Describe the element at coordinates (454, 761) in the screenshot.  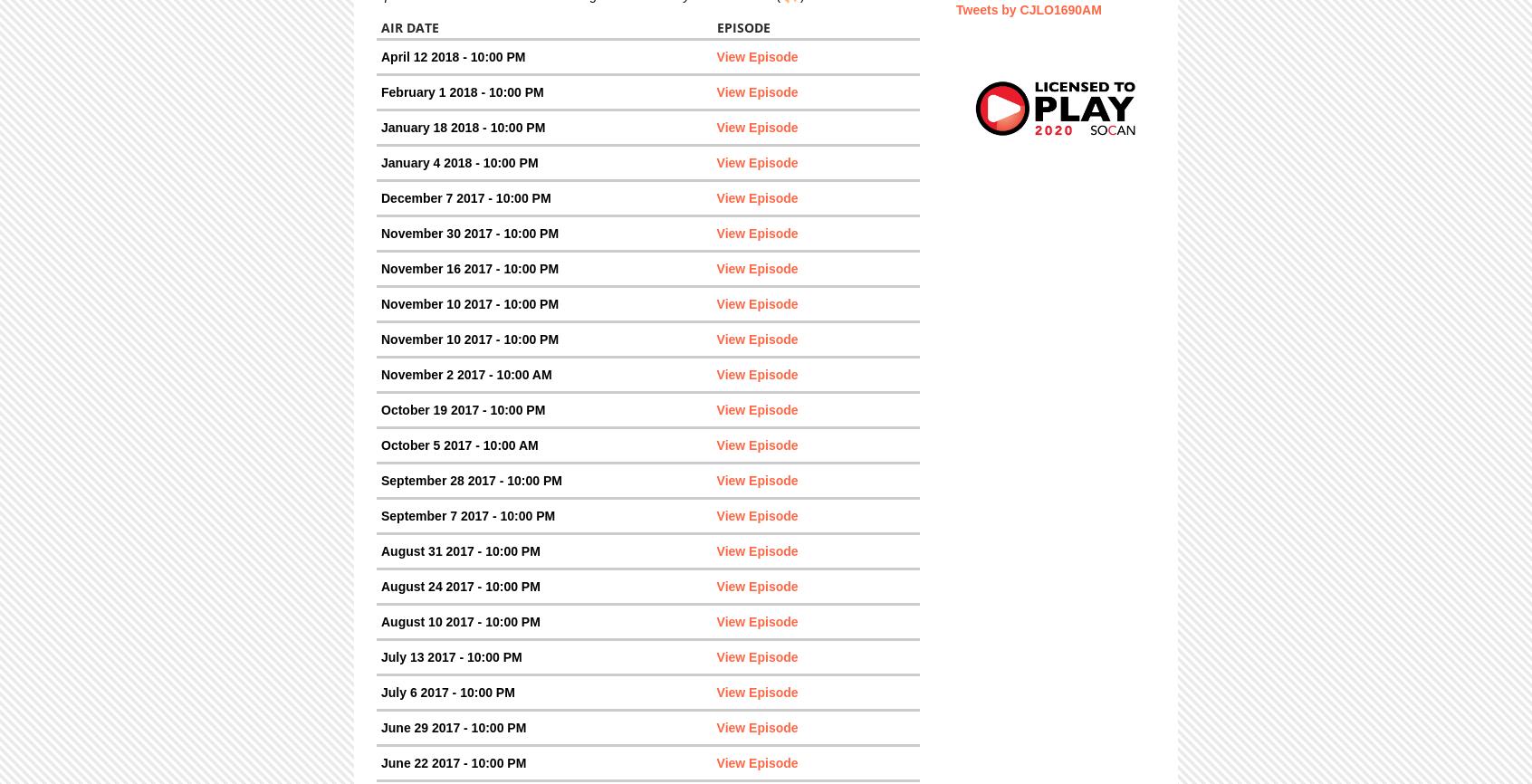
I see `'June 22 2017 - 10:00 PM'` at that location.